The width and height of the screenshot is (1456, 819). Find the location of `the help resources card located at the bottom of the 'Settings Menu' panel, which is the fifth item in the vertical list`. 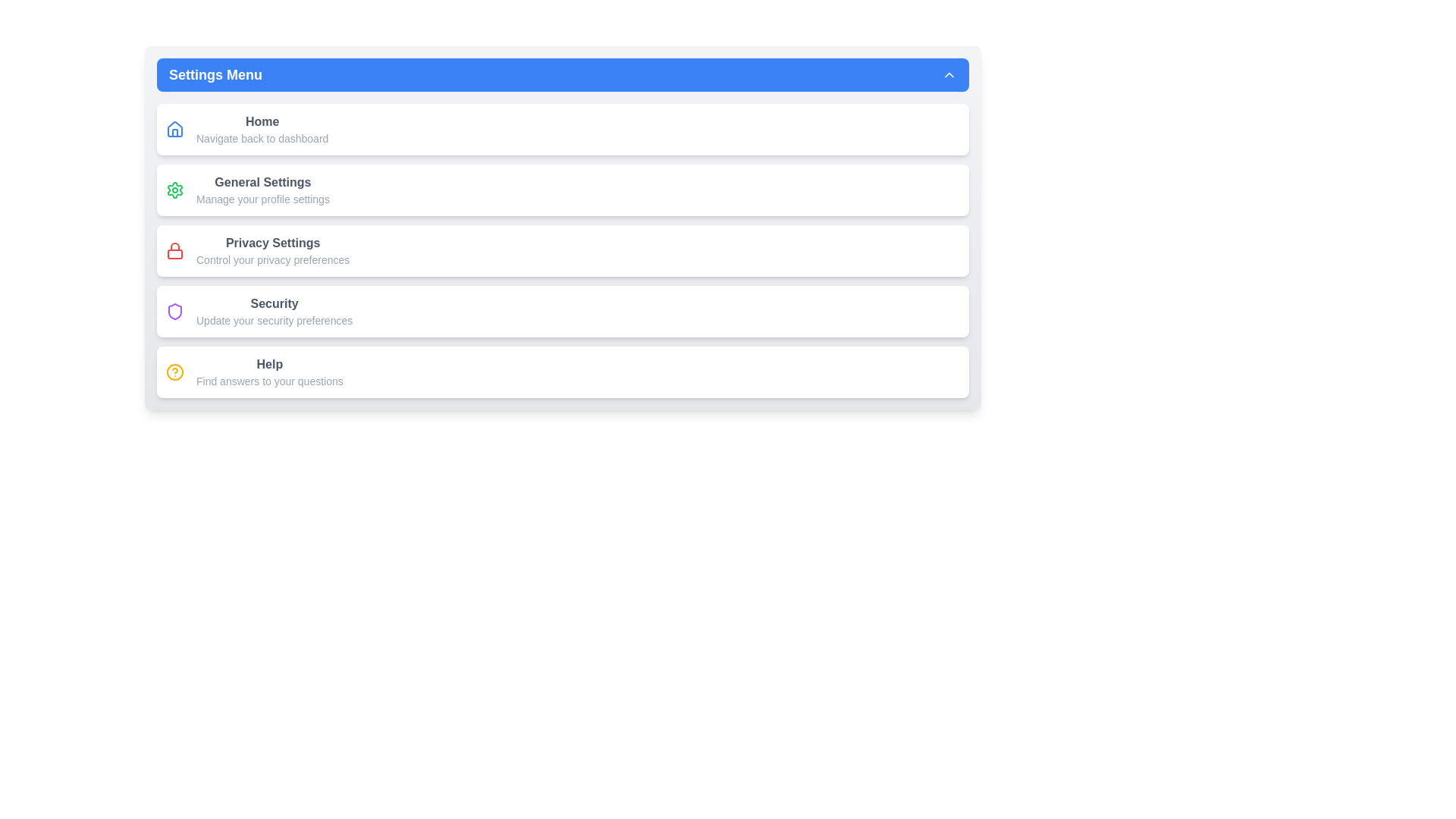

the help resources card located at the bottom of the 'Settings Menu' panel, which is the fifth item in the vertical list is located at coordinates (562, 372).